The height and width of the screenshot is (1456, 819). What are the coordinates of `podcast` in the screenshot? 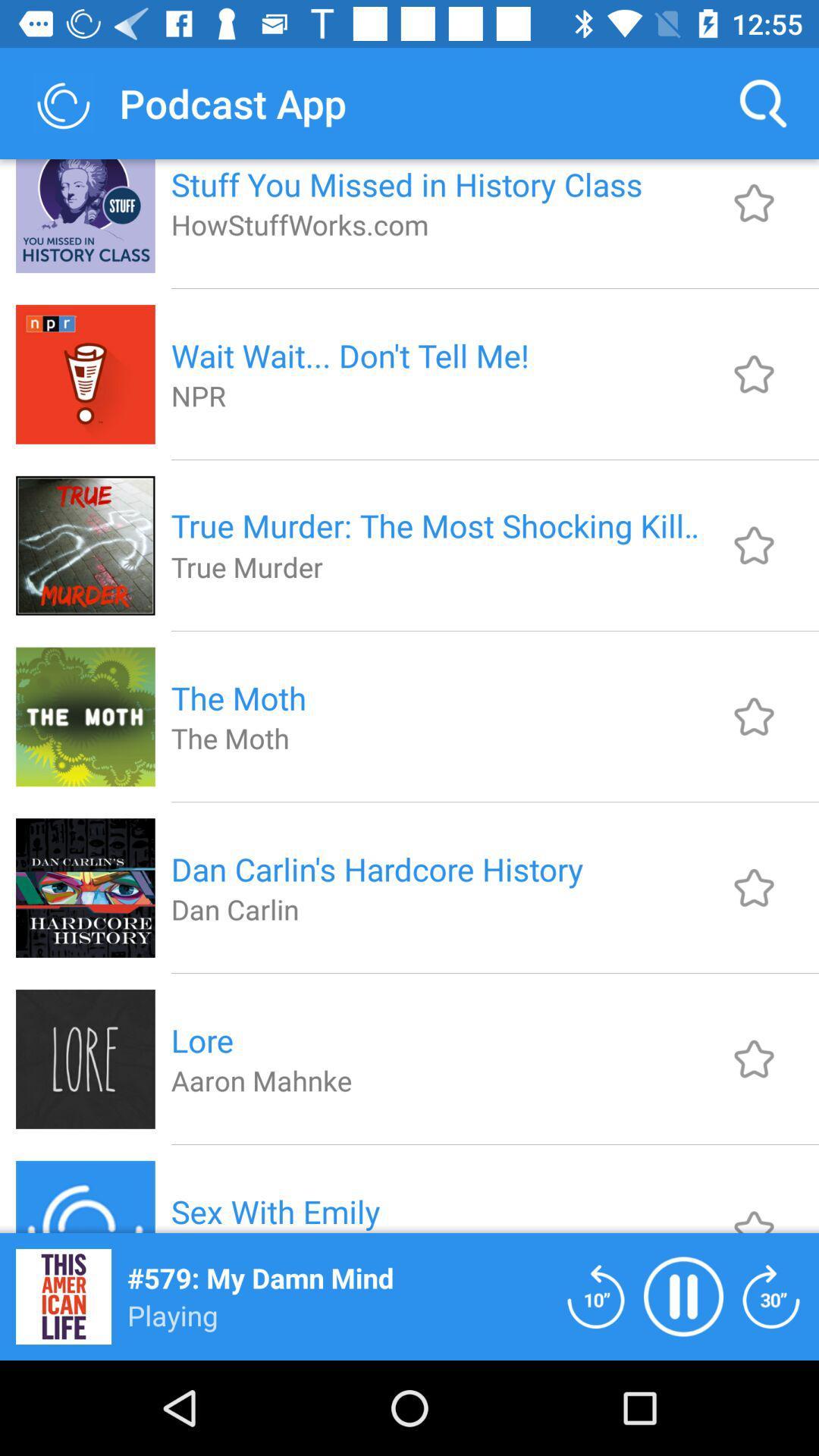 It's located at (754, 716).